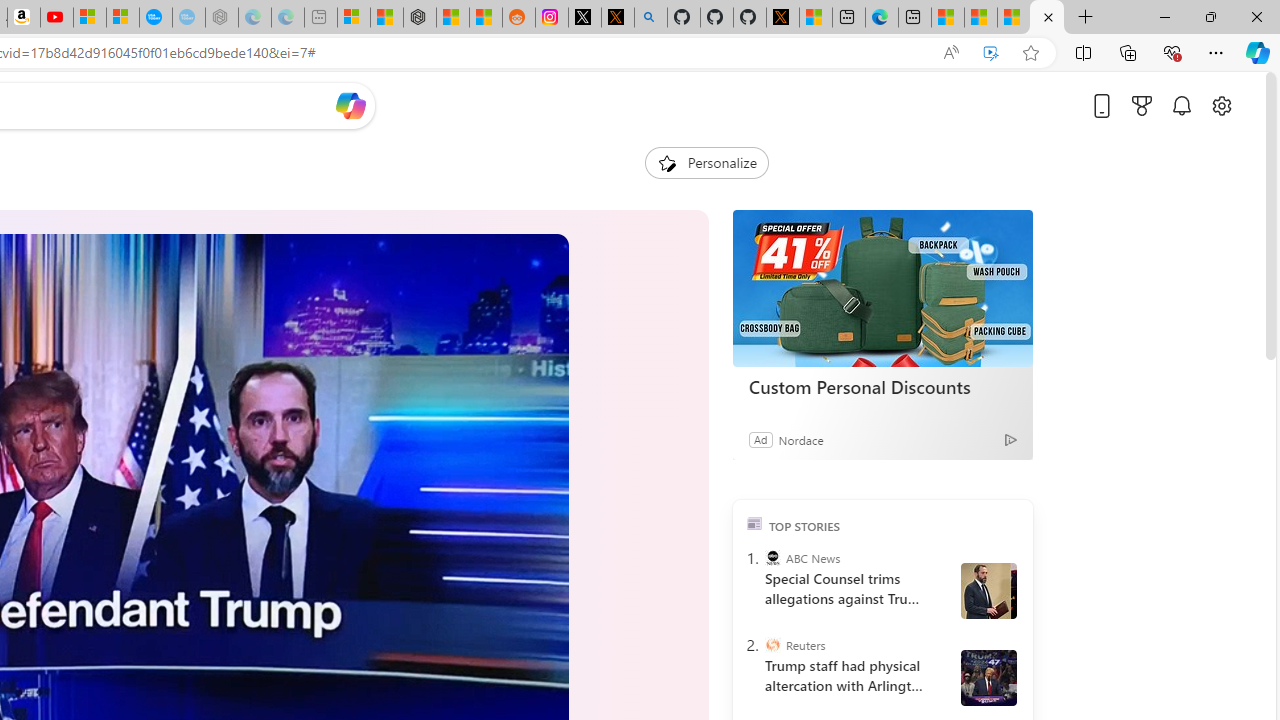 Image resolution: width=1280 pixels, height=720 pixels. Describe the element at coordinates (1142, 105) in the screenshot. I see `'Microsoft rewards'` at that location.